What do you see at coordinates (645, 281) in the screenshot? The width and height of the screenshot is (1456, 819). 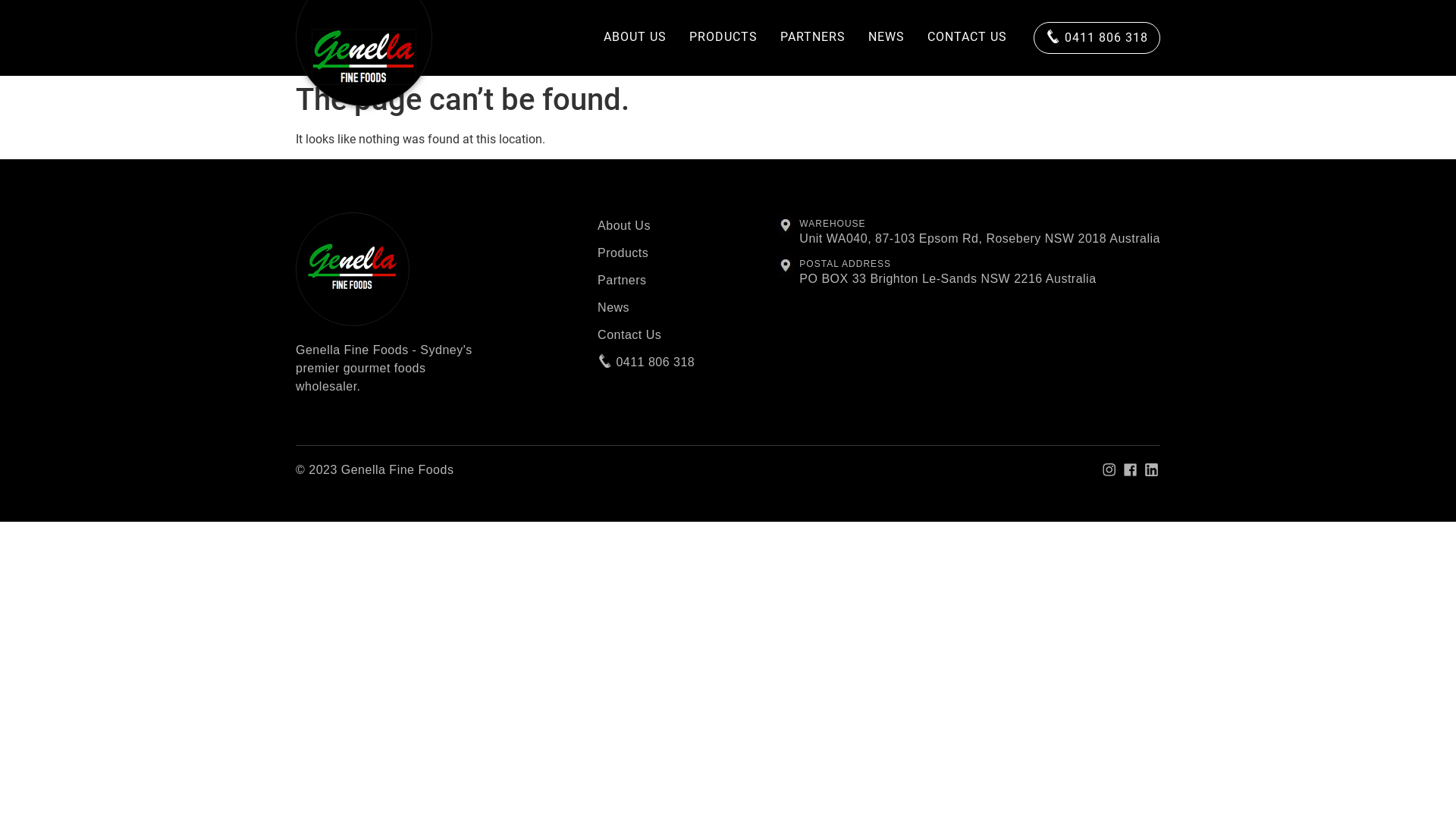 I see `'Partners'` at bounding box center [645, 281].